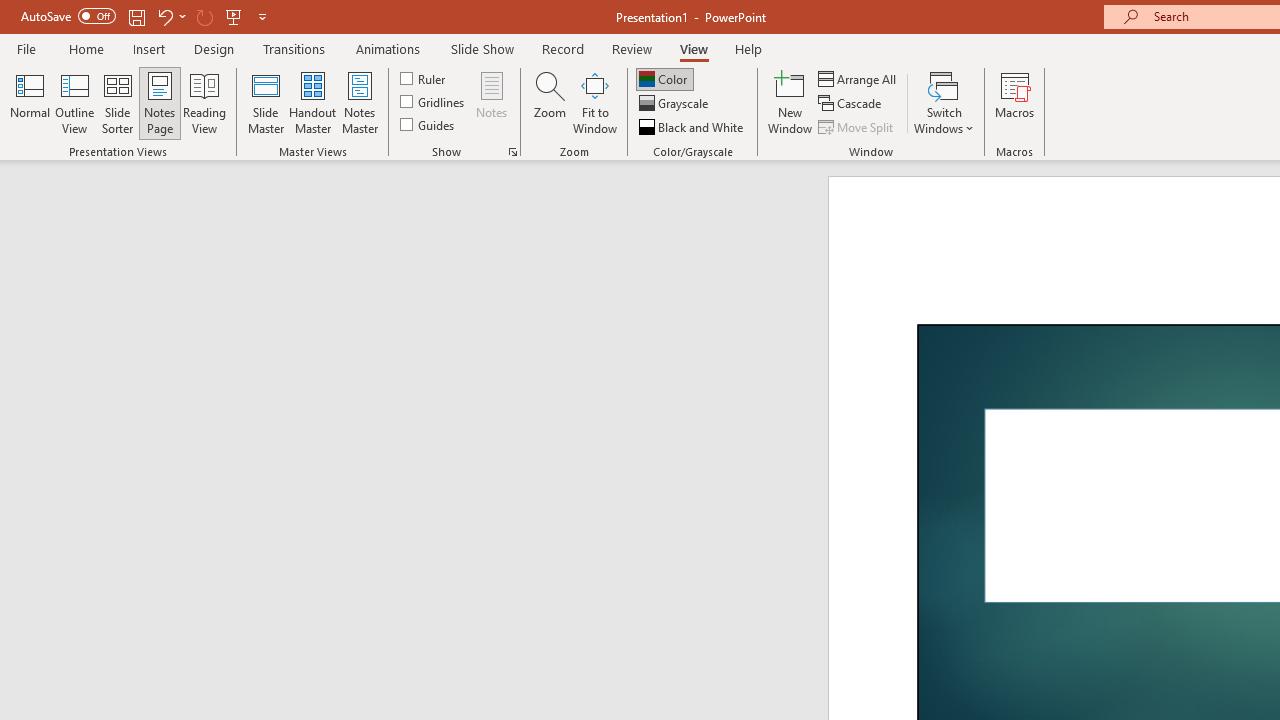 This screenshot has height=720, width=1280. What do you see at coordinates (851, 103) in the screenshot?
I see `'Cascade'` at bounding box center [851, 103].